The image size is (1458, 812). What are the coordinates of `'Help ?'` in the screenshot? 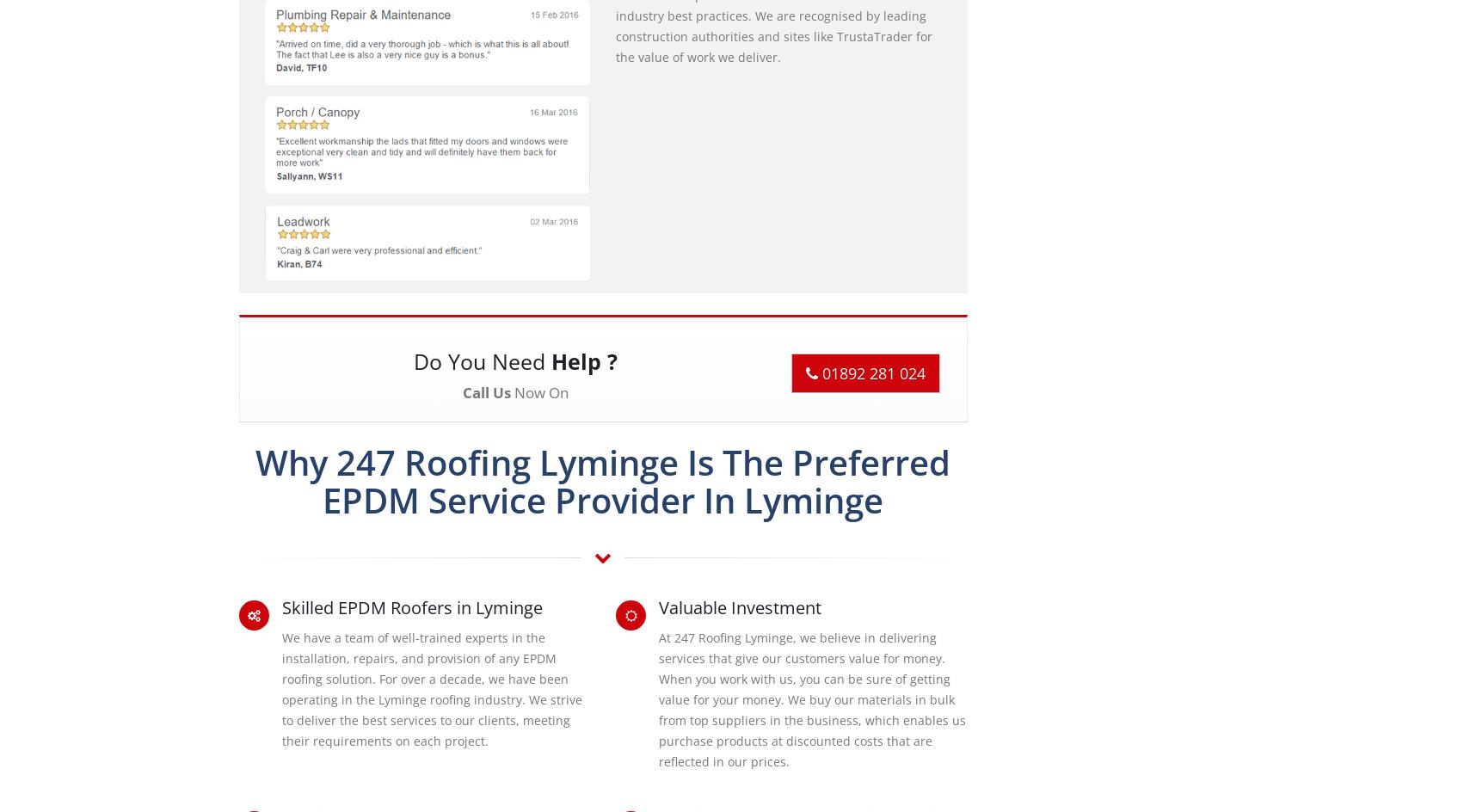 It's located at (551, 360).